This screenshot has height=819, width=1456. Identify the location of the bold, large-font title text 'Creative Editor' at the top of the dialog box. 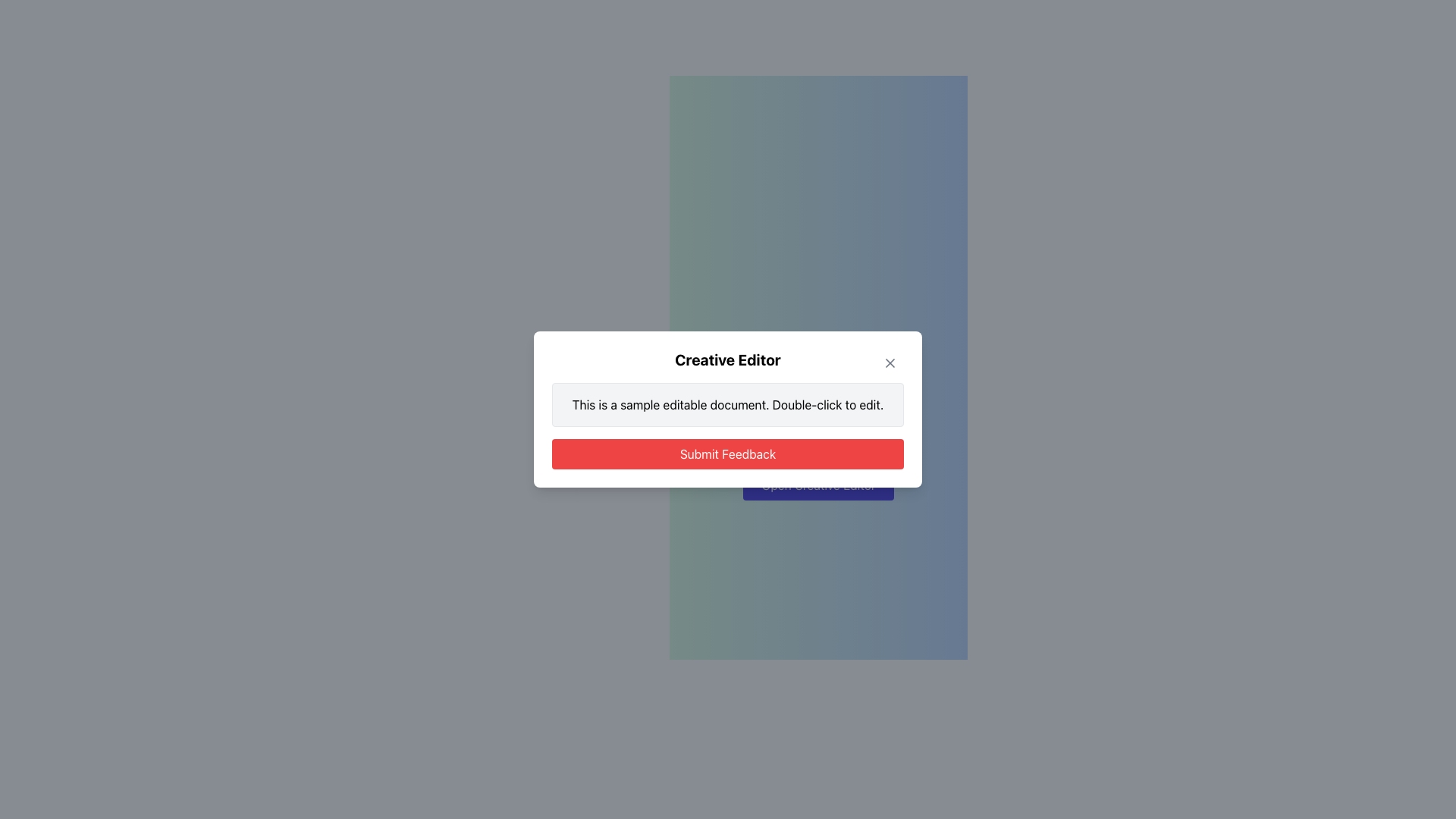
(728, 359).